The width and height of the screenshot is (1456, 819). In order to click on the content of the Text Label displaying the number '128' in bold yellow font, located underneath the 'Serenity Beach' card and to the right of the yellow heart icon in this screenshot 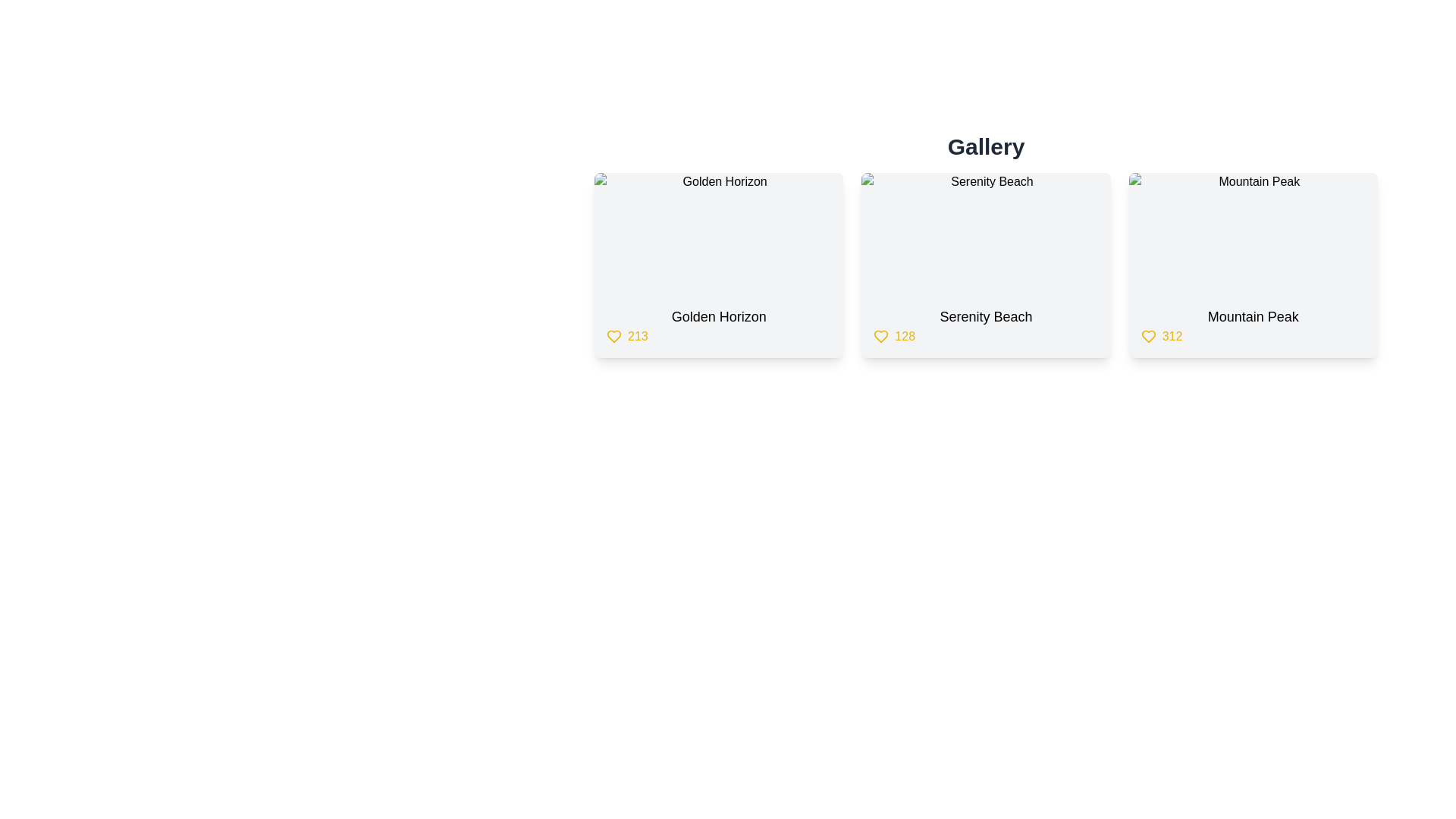, I will do `click(905, 335)`.